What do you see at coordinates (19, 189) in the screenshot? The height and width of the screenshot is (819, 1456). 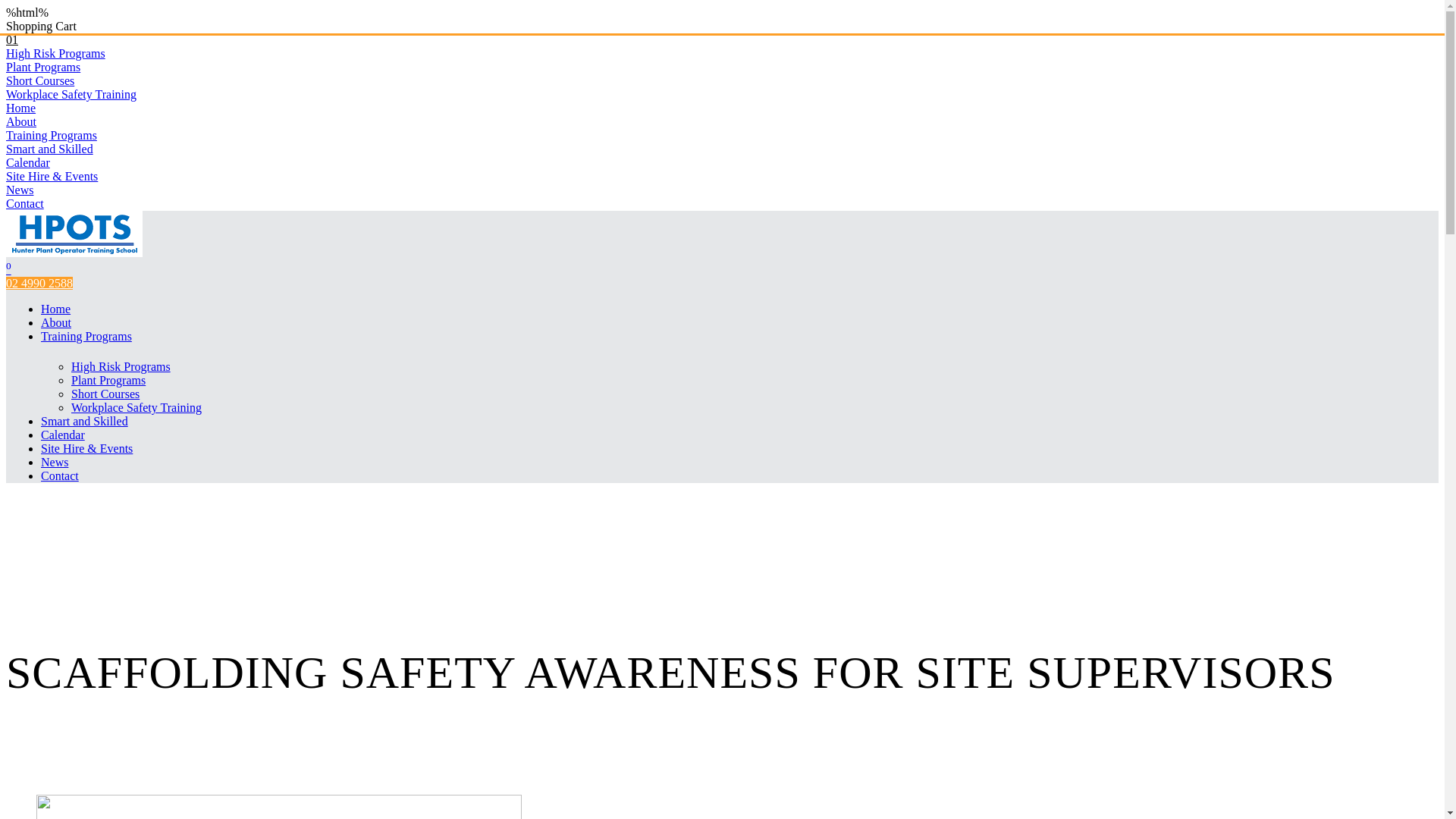 I see `'News'` at bounding box center [19, 189].